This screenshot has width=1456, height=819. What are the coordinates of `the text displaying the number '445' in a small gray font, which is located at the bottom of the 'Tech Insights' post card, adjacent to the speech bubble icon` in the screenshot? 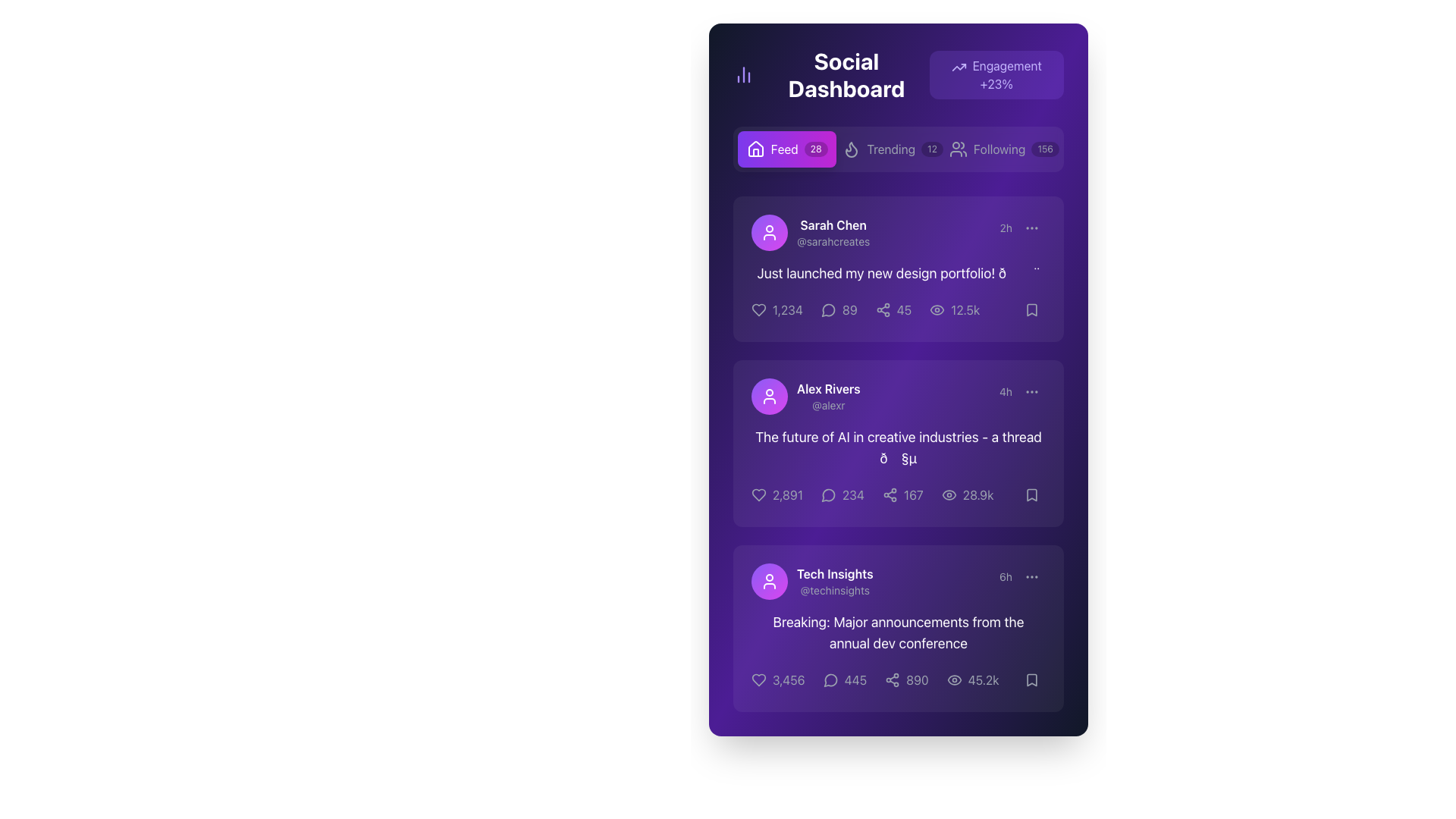 It's located at (855, 679).